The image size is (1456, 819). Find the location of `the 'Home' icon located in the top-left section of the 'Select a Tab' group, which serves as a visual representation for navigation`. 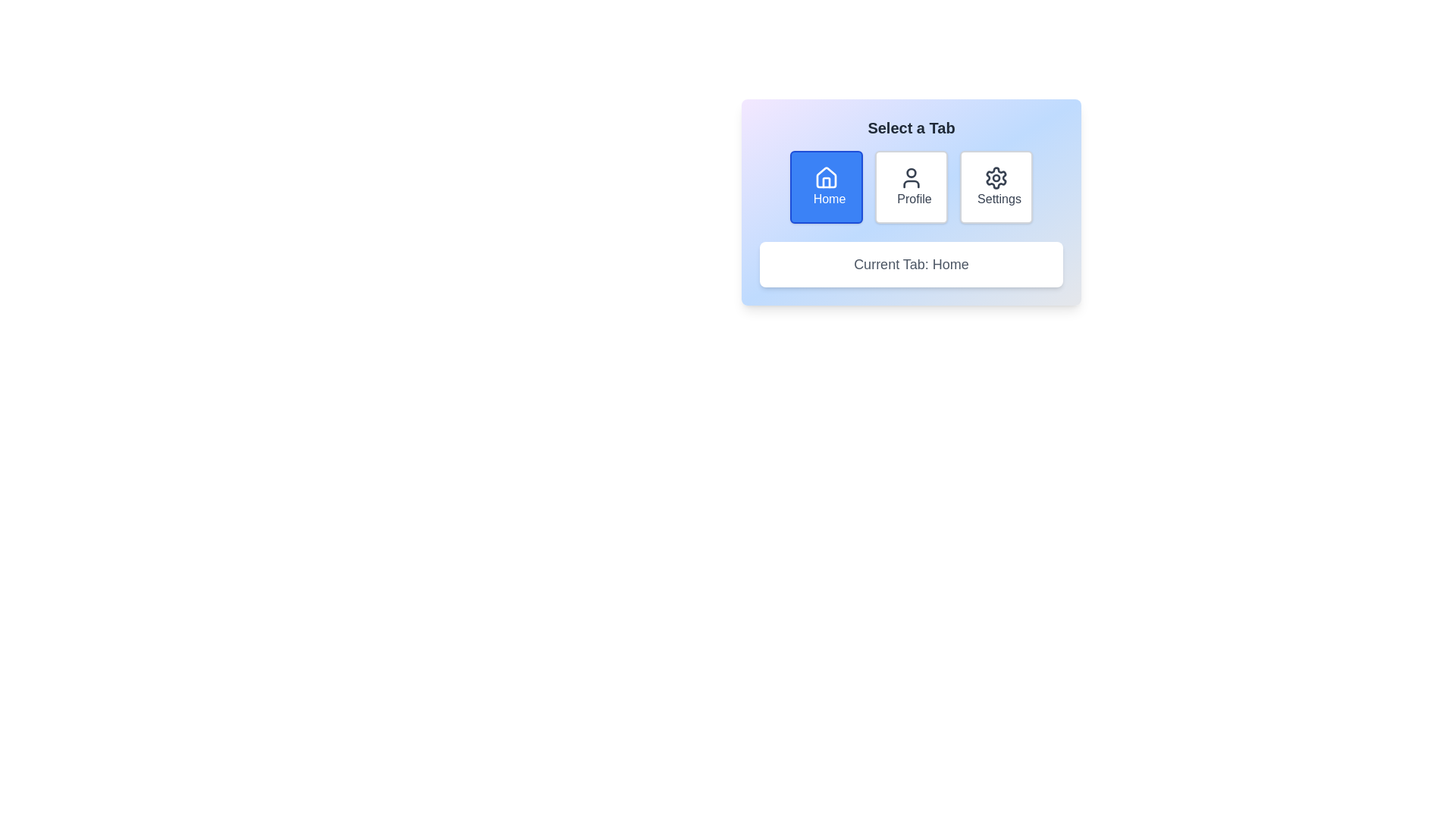

the 'Home' icon located in the top-left section of the 'Select a Tab' group, which serves as a visual representation for navigation is located at coordinates (825, 177).